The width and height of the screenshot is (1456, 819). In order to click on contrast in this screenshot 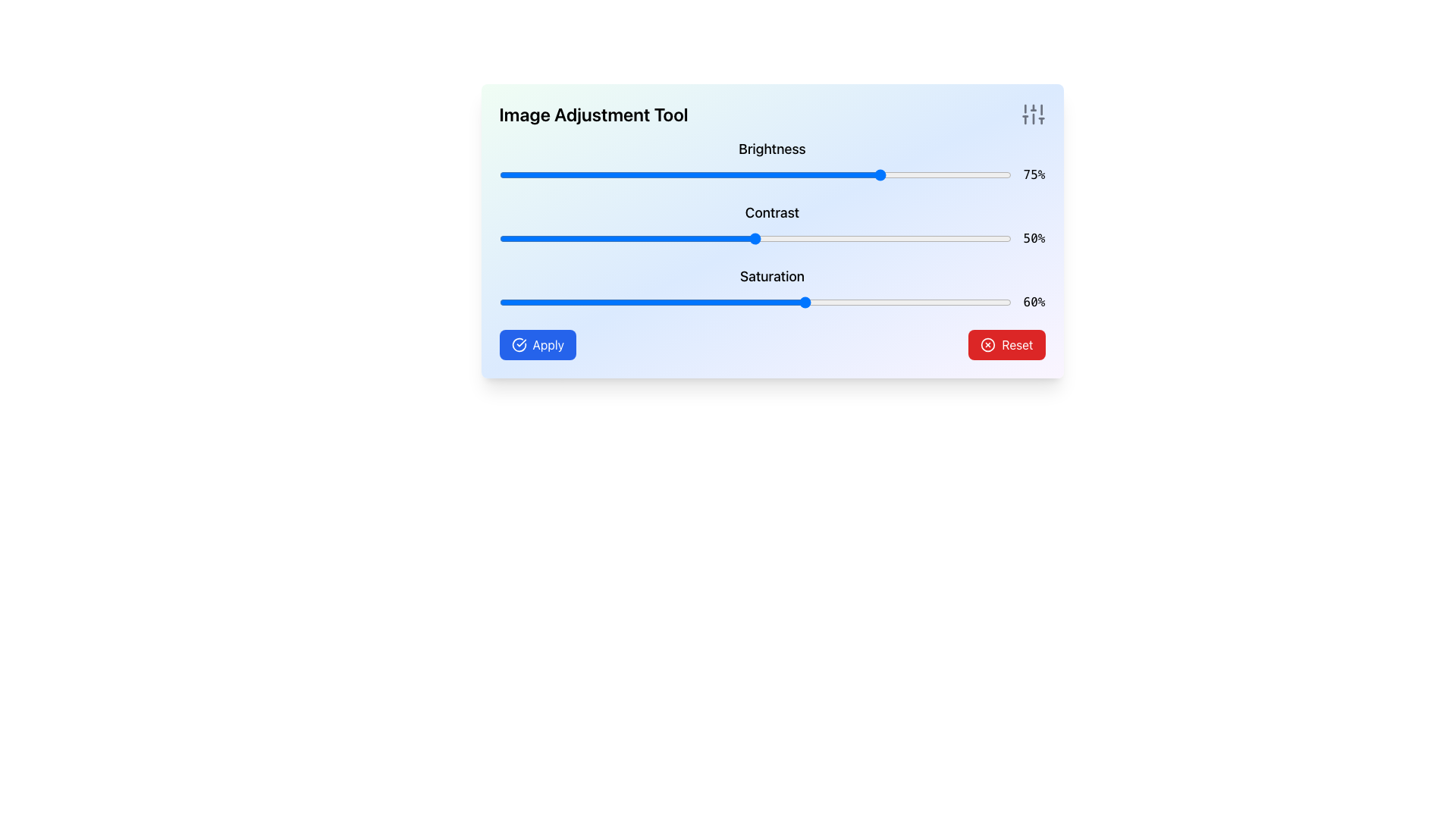, I will do `click(964, 239)`.